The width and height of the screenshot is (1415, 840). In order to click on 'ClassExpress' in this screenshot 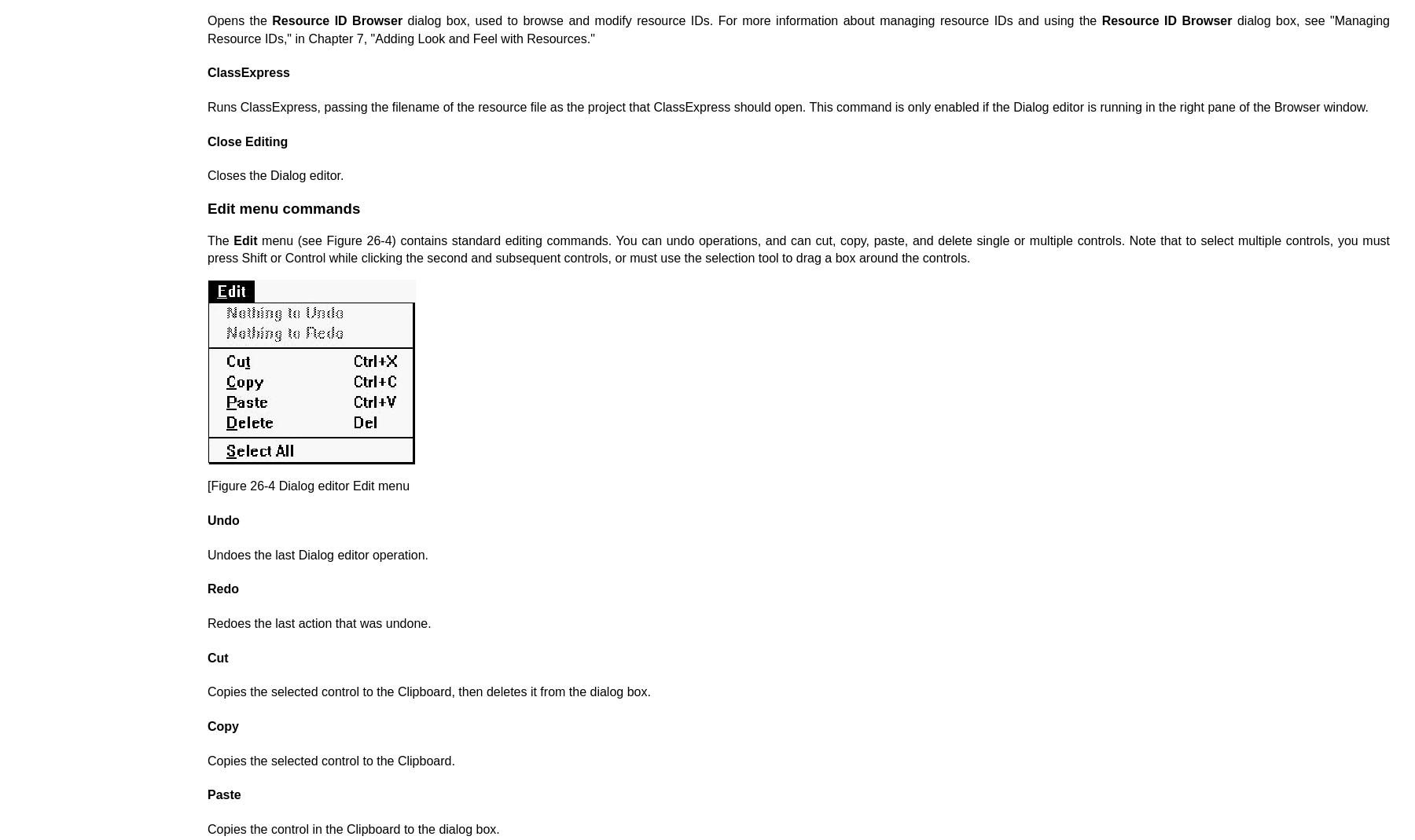, I will do `click(248, 72)`.